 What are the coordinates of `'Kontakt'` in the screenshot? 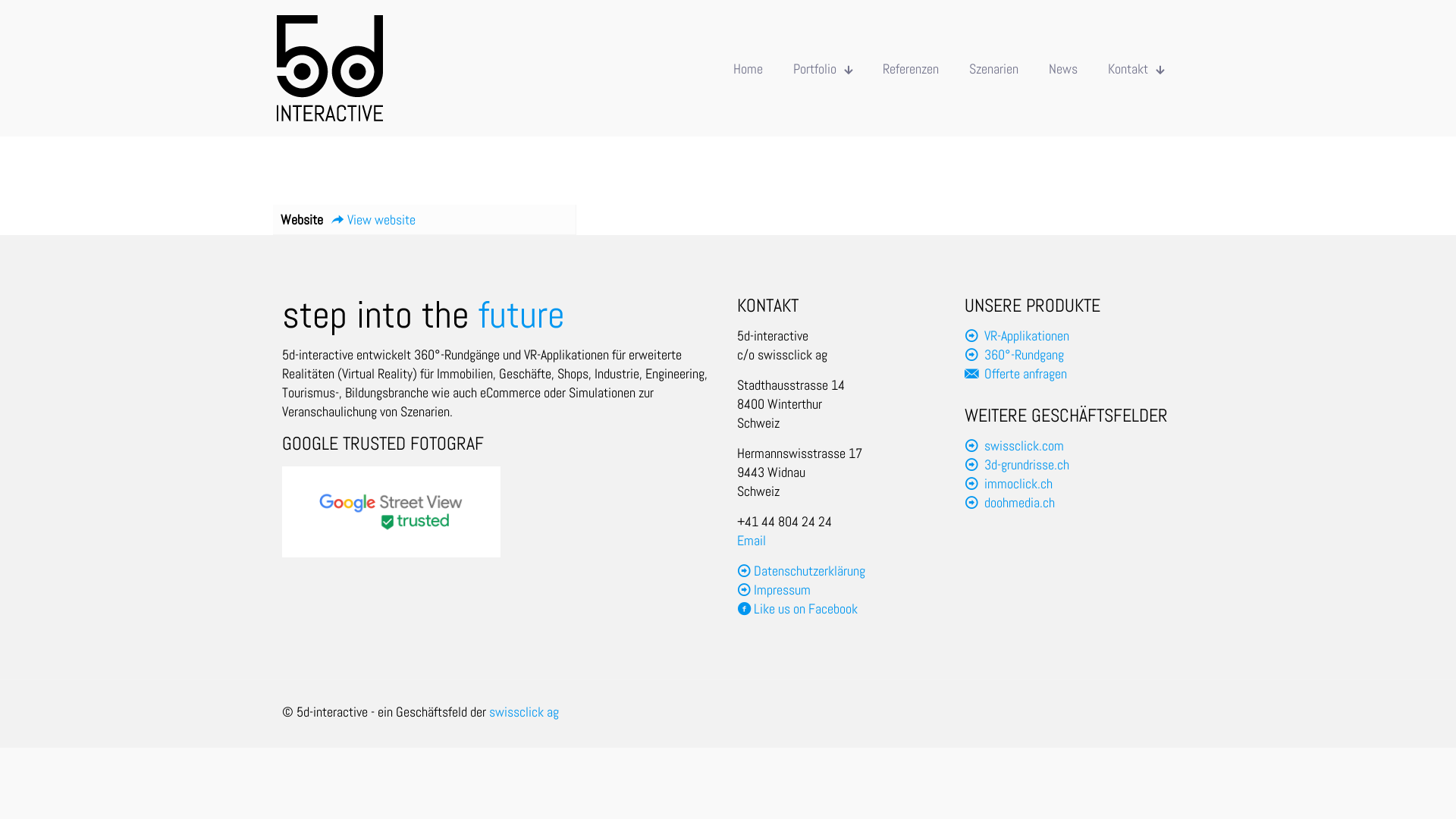 It's located at (1135, 67).